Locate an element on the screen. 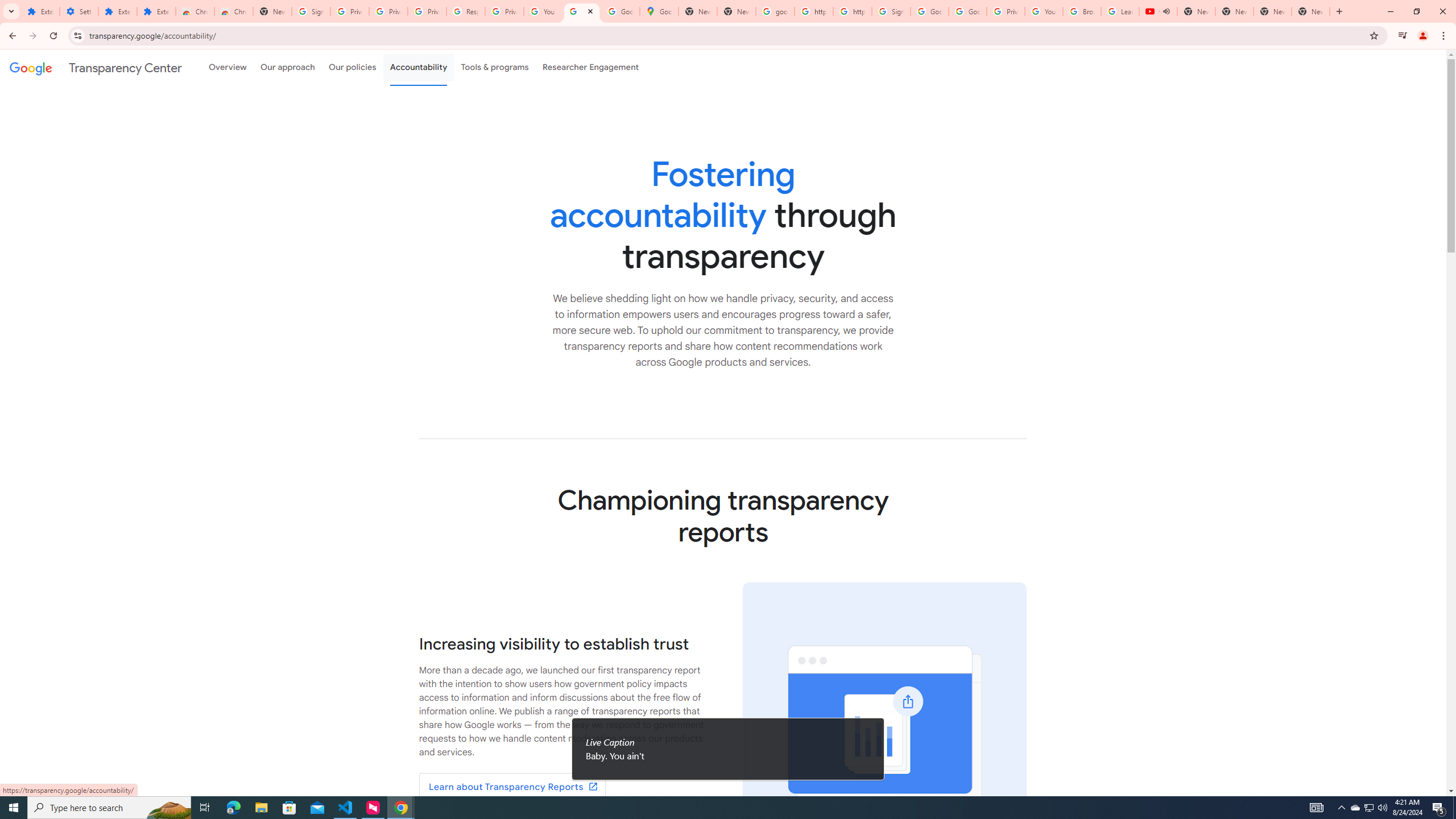 The image size is (1456, 819). 'Mute tab' is located at coordinates (1166, 11).